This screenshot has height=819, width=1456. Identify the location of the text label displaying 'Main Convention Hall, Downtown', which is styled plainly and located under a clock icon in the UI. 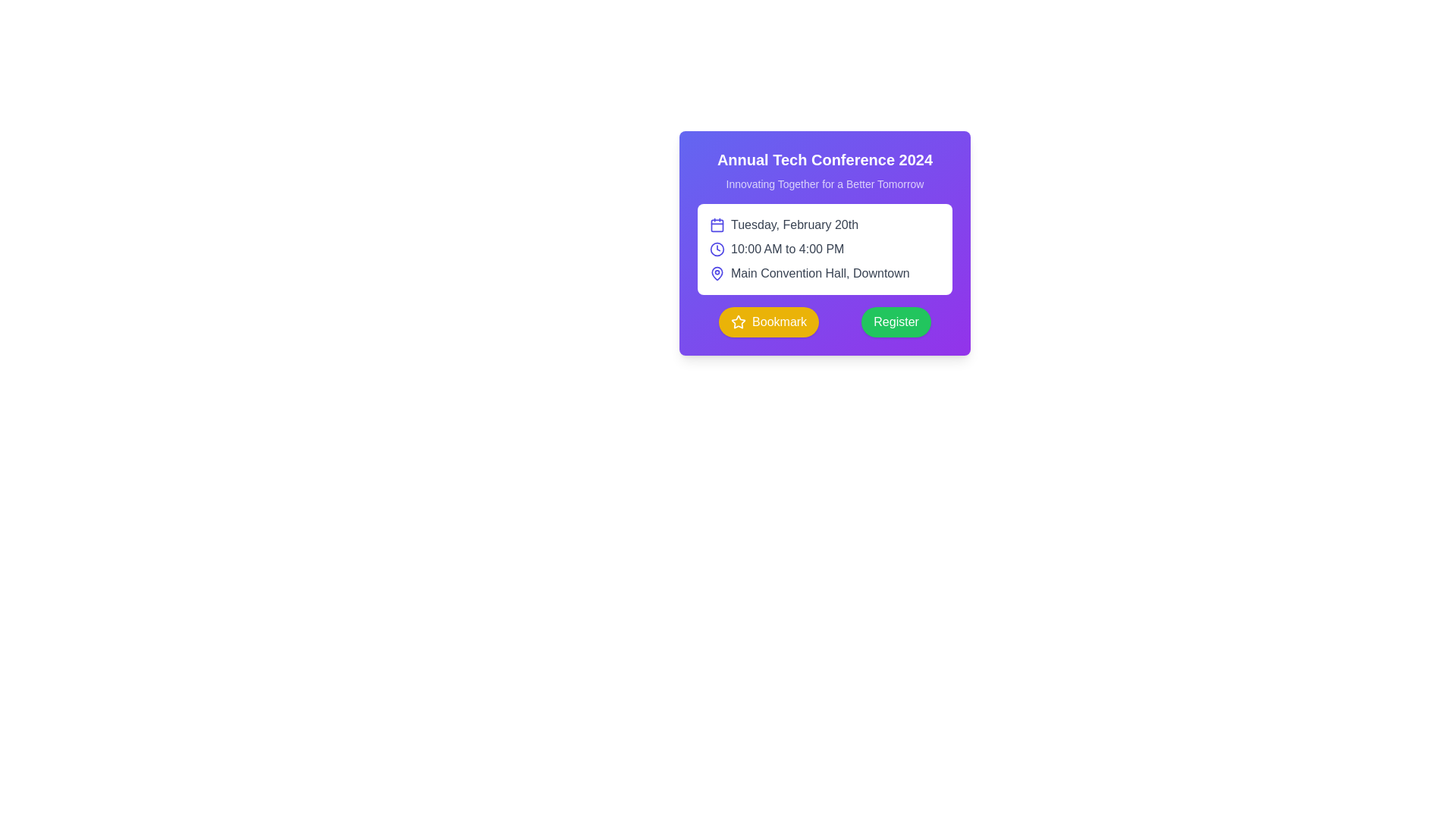
(819, 274).